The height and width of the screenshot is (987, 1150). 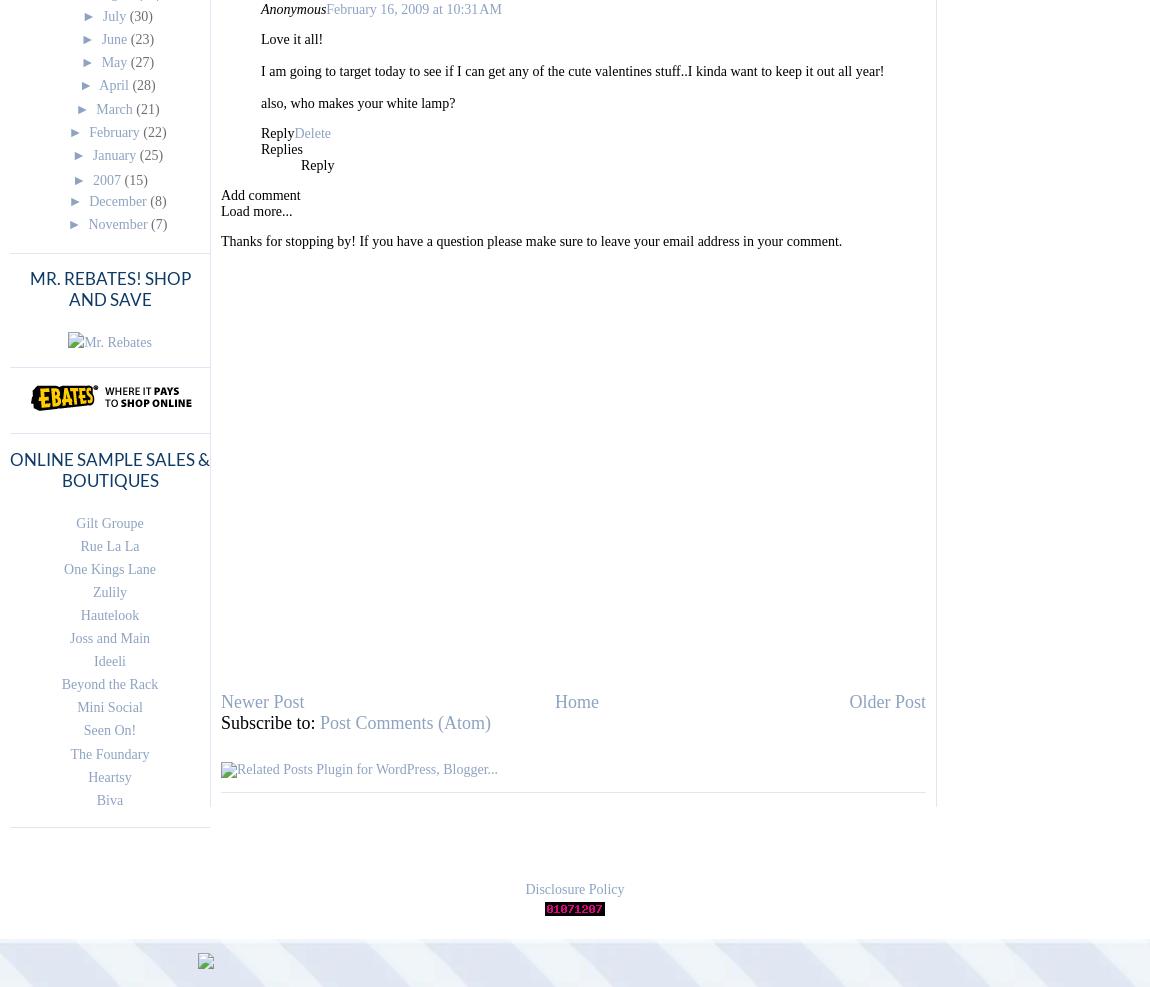 I want to click on '(15)', so click(x=134, y=178).